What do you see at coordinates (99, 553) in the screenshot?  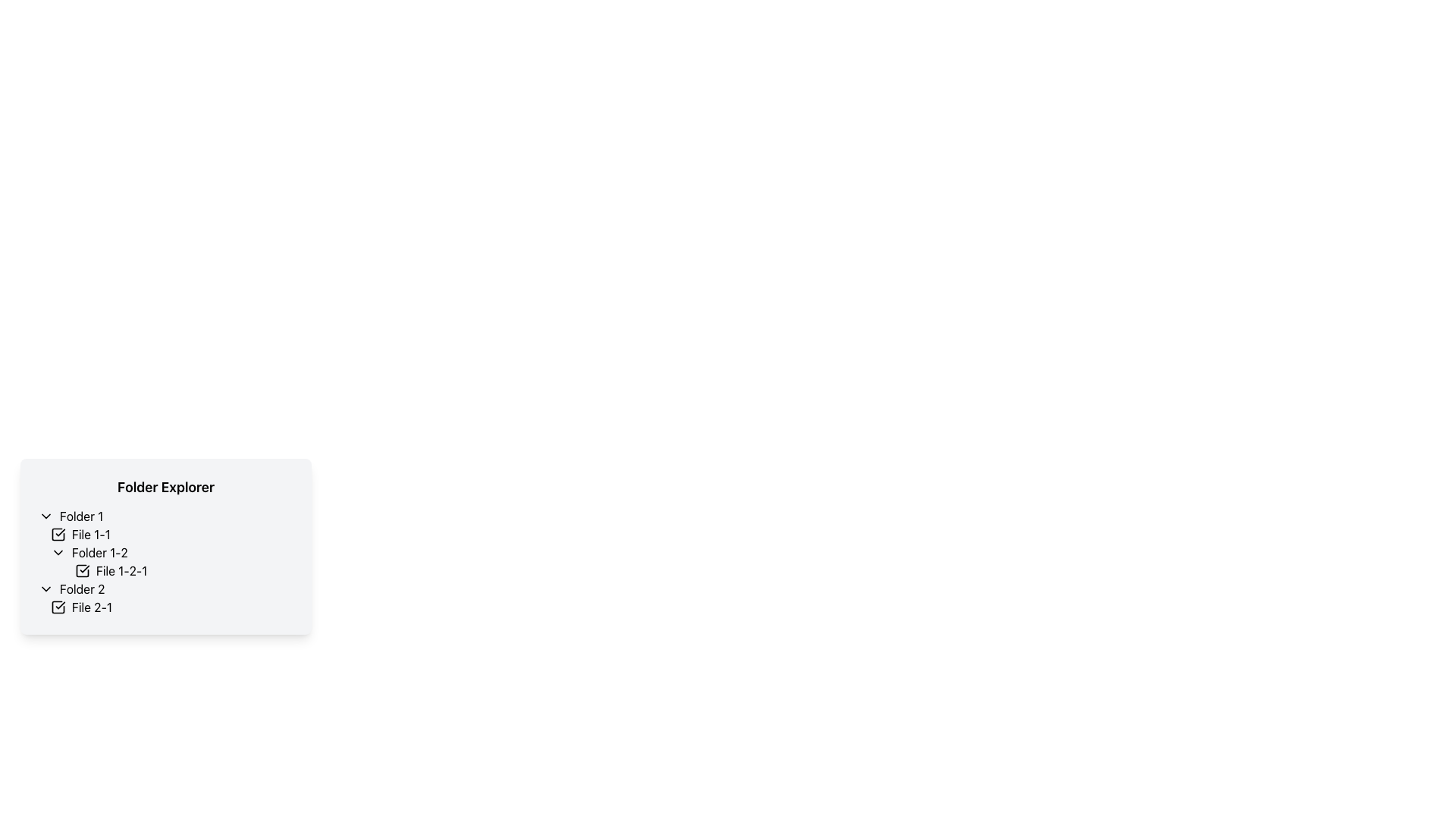 I see `the folder label 'Folder 1-2'` at bounding box center [99, 553].